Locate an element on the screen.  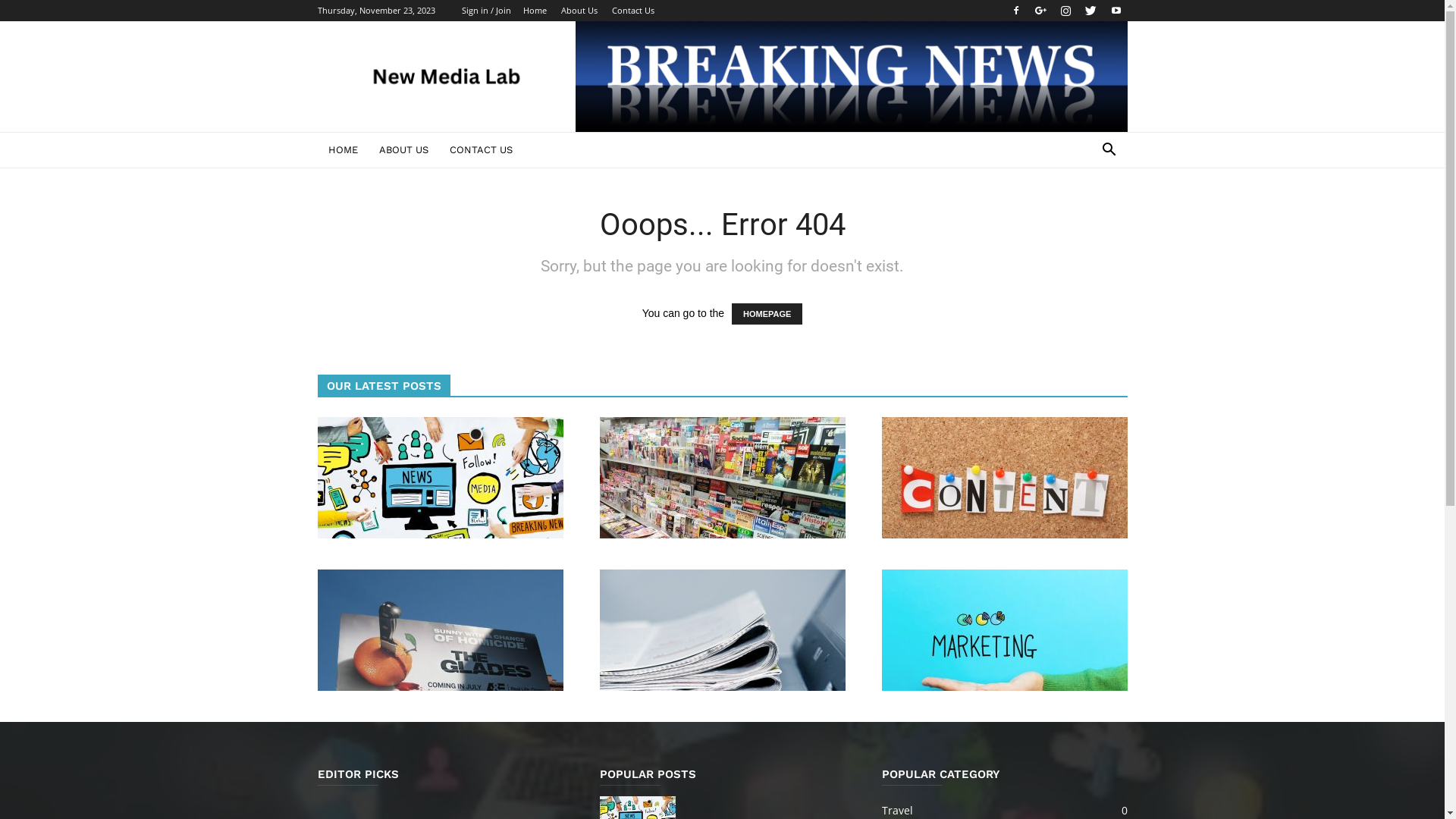
'About Us' is located at coordinates (578, 10).